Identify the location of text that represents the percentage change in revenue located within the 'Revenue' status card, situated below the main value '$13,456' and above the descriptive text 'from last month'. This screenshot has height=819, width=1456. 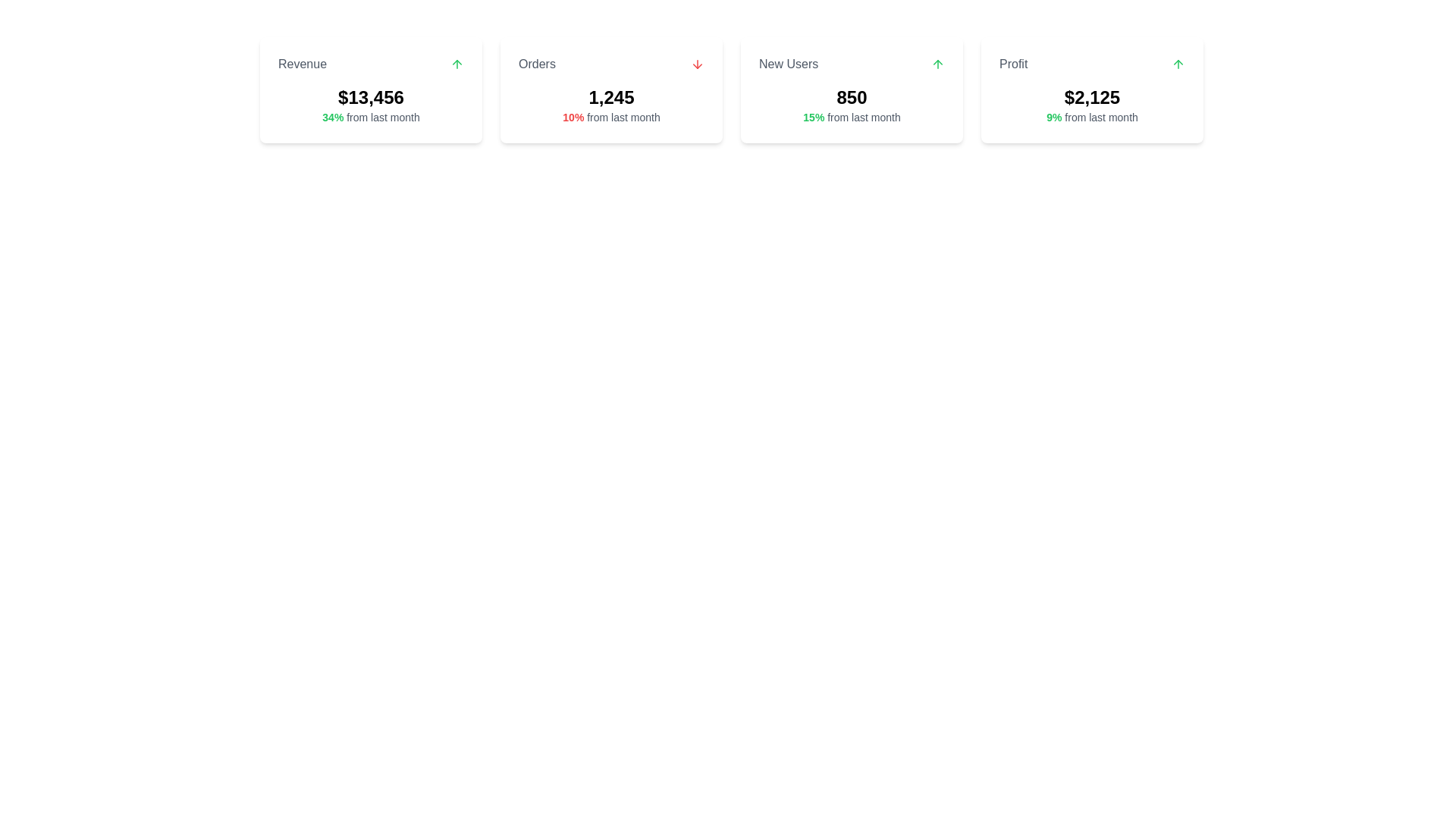
(332, 116).